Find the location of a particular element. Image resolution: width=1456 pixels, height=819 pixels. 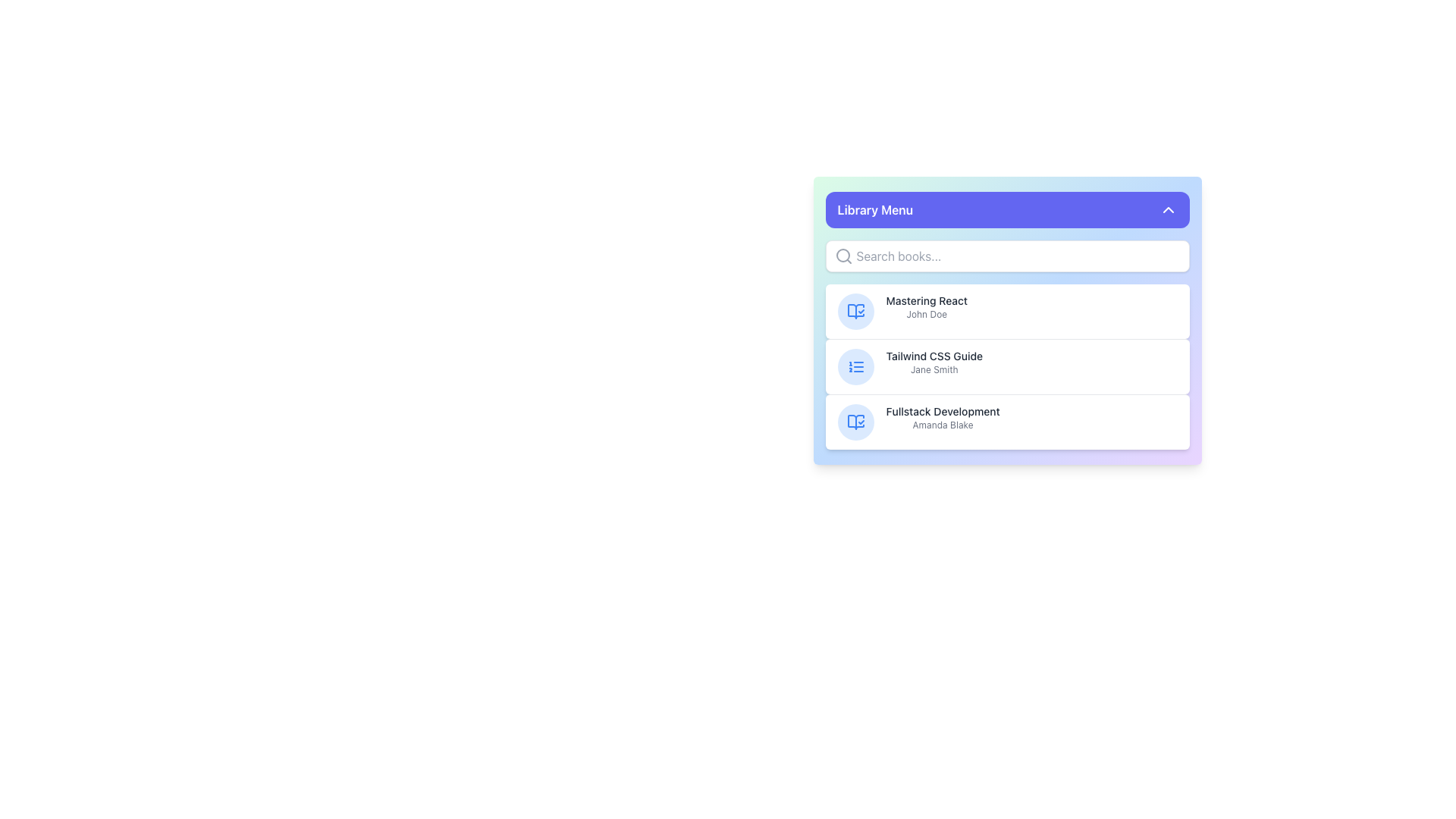

the circular icon button with a blue background and an open book with a checkmark icon, located within the card labeled 'Fullstack Development Amanda Blake' is located at coordinates (855, 422).